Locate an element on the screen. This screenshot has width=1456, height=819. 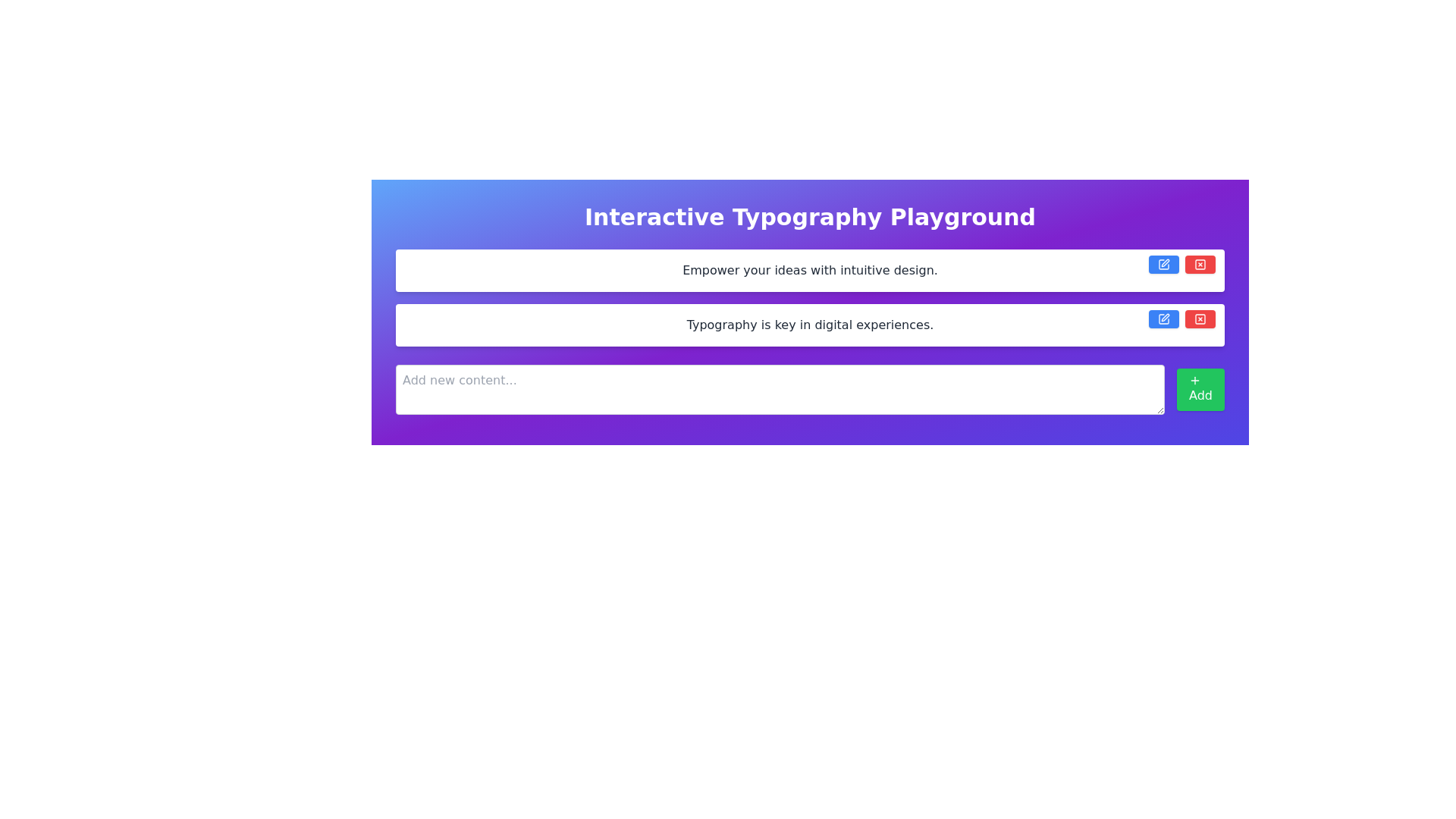
the blue button with a white pen icon located in the top-right corner of the text input field labeled 'Typography is key in digital experiences.' is located at coordinates (1163, 318).